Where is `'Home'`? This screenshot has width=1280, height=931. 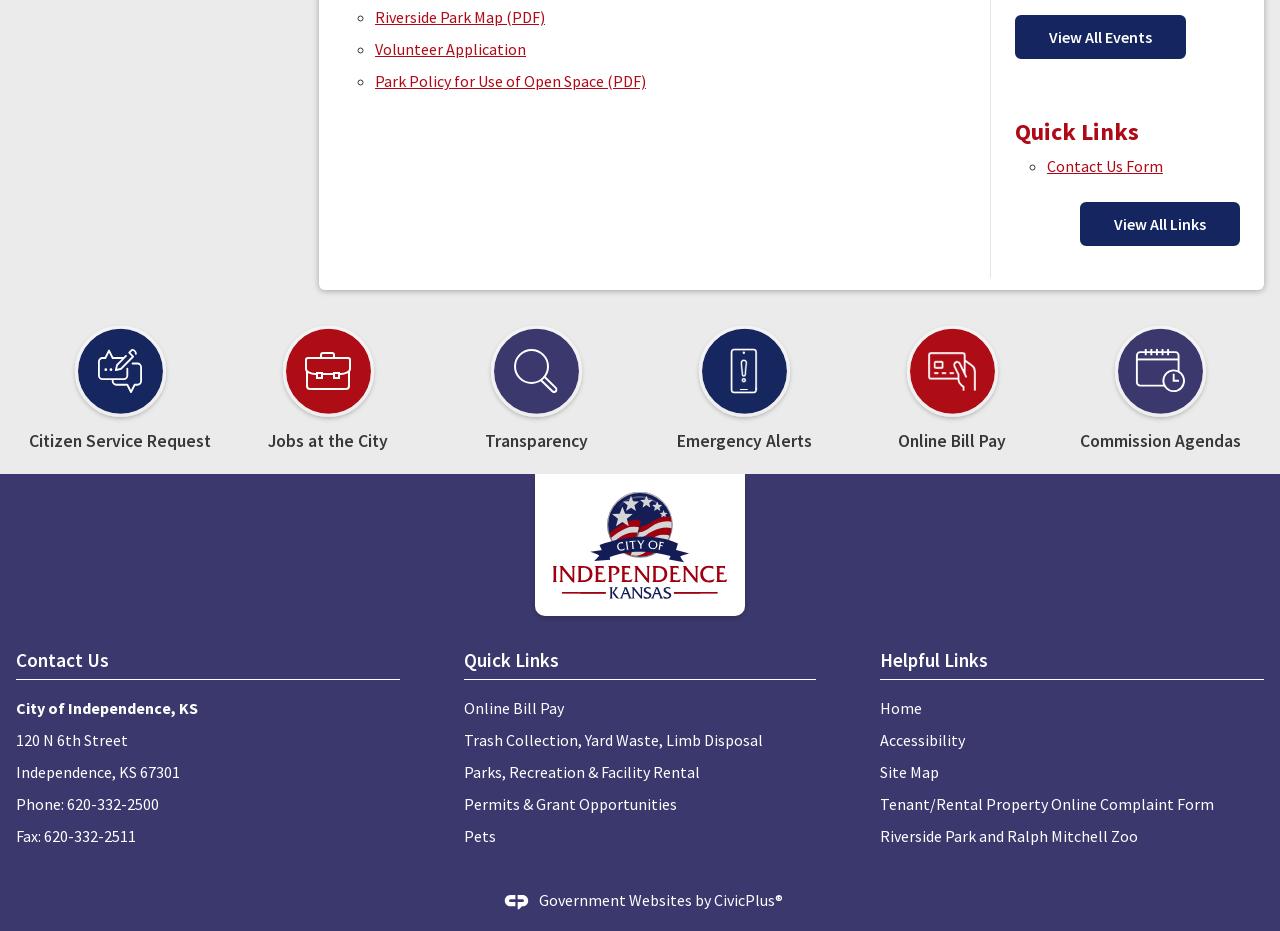 'Home' is located at coordinates (899, 706).